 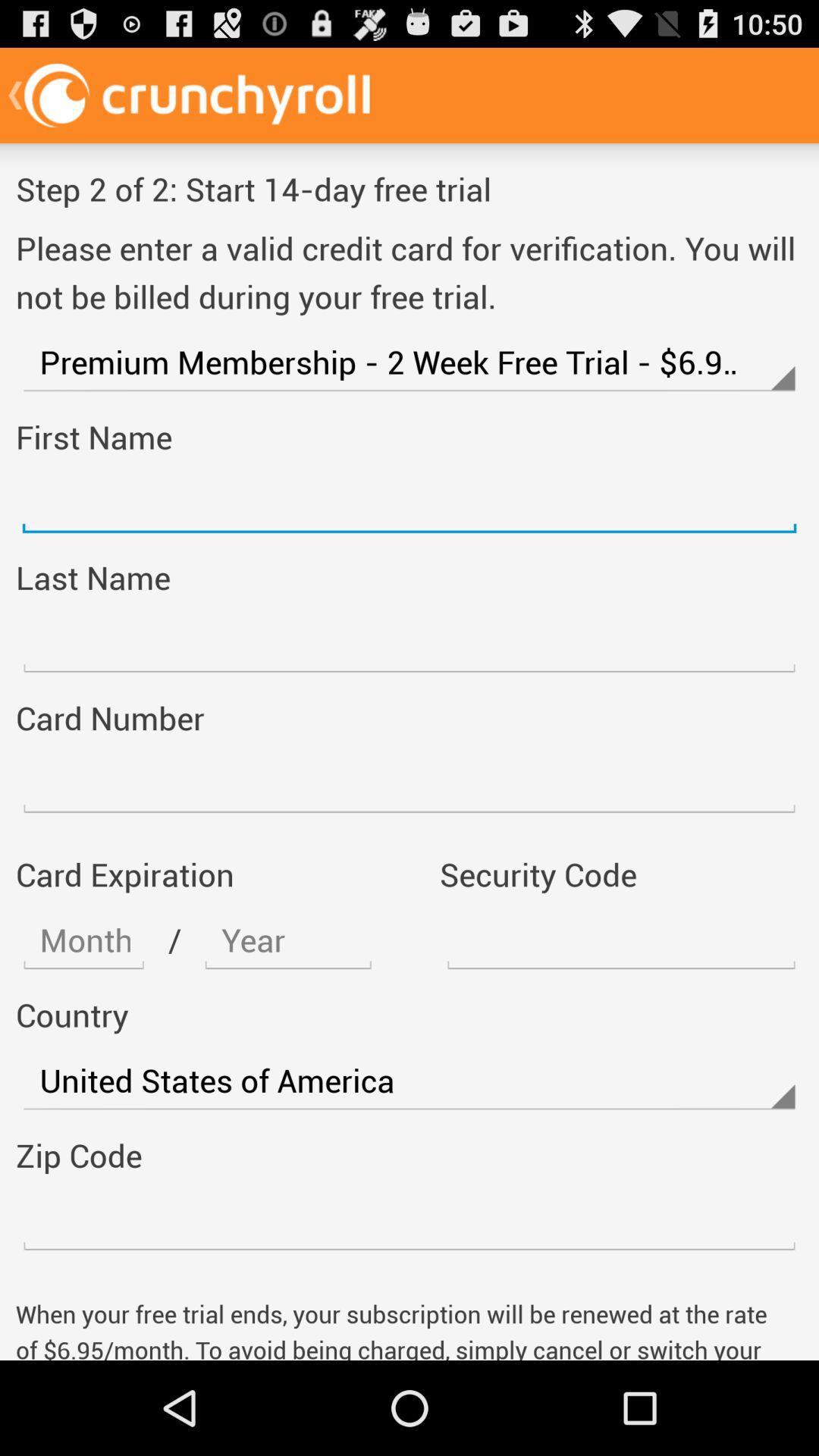 I want to click on text option, so click(x=288, y=940).